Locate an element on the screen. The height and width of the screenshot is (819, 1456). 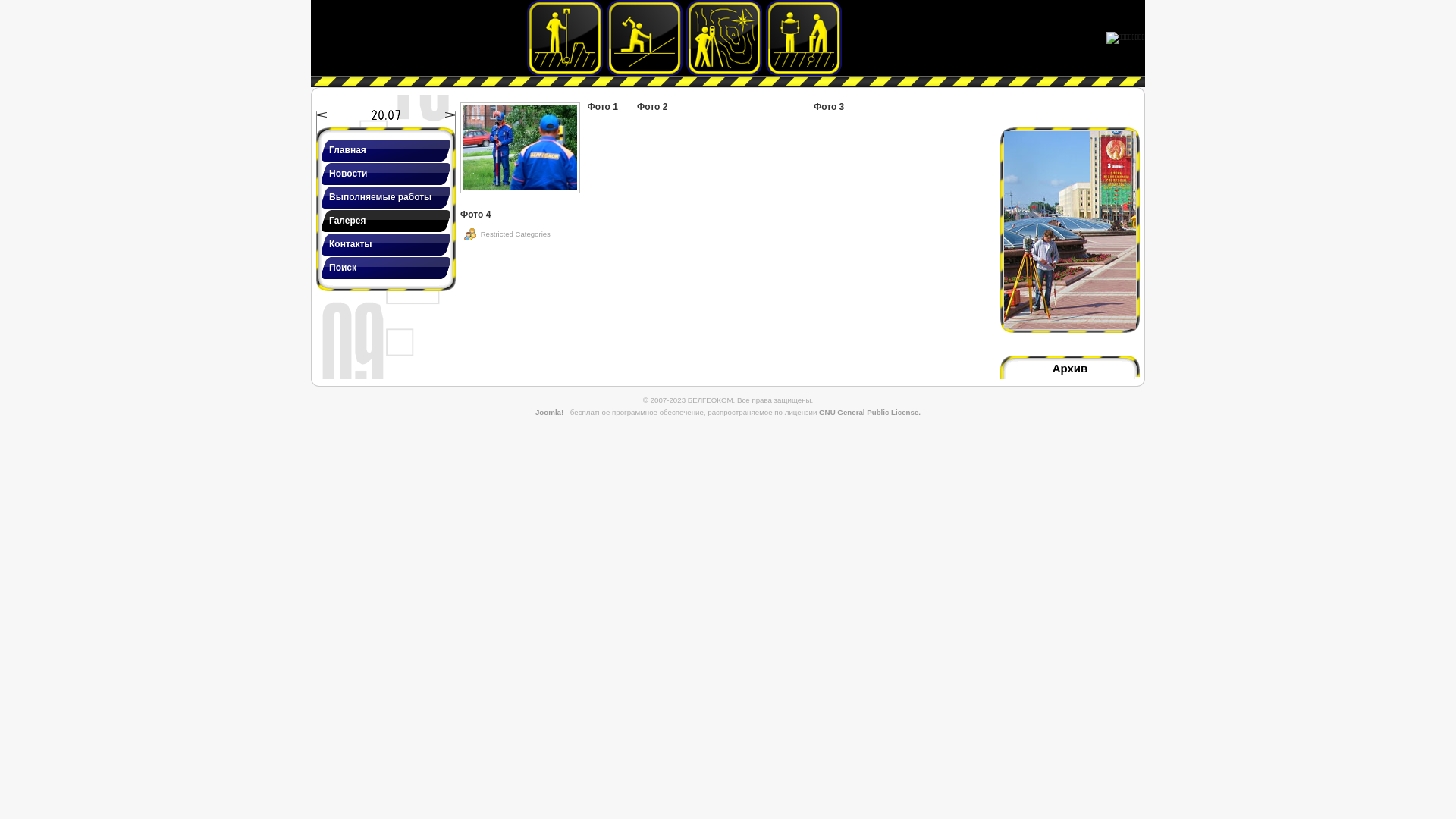
'Joomla!' is located at coordinates (535, 412).